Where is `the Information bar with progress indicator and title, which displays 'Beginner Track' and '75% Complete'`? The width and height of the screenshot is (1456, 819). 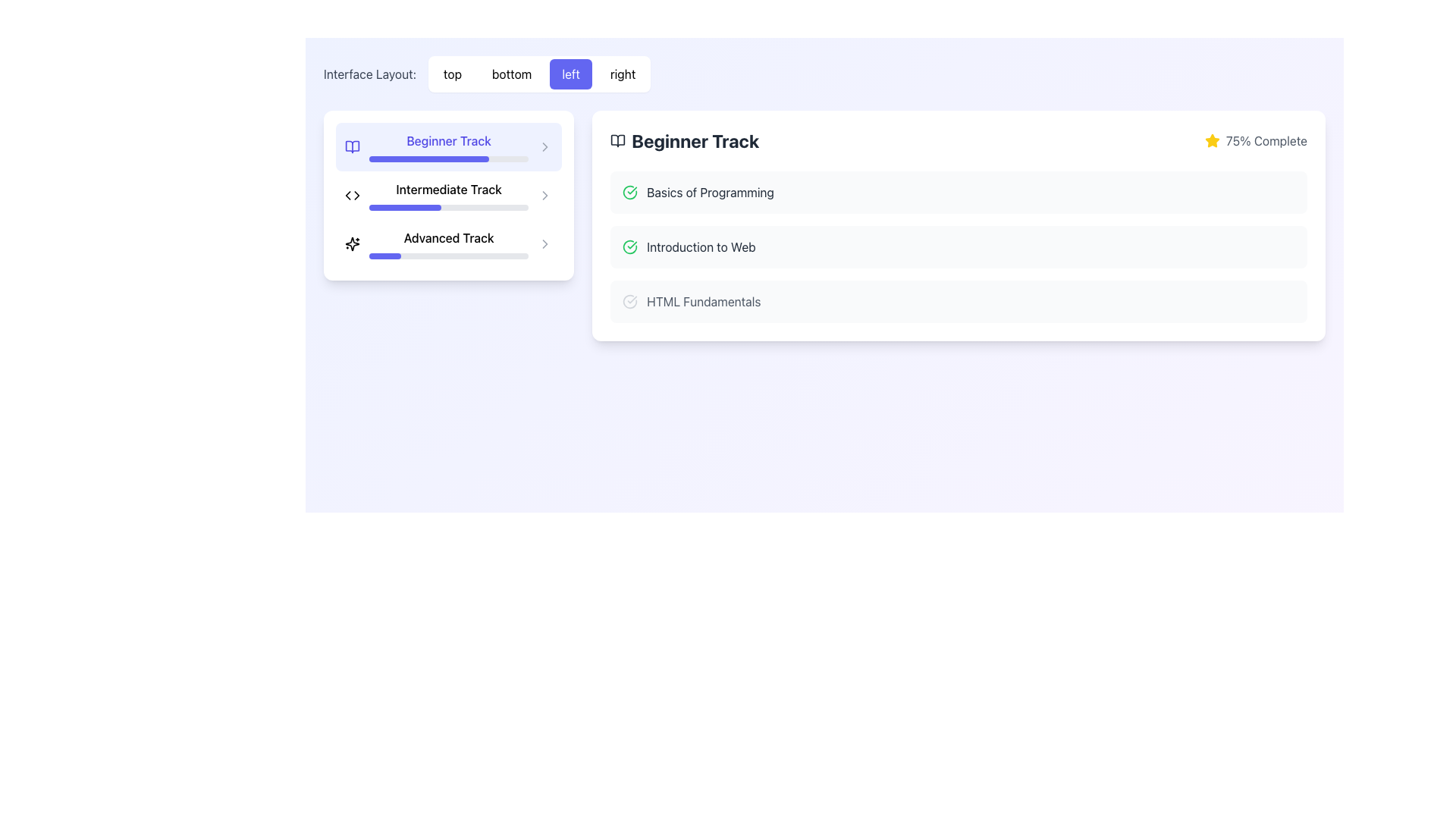
the Information bar with progress indicator and title, which displays 'Beginner Track' and '75% Complete' is located at coordinates (958, 140).